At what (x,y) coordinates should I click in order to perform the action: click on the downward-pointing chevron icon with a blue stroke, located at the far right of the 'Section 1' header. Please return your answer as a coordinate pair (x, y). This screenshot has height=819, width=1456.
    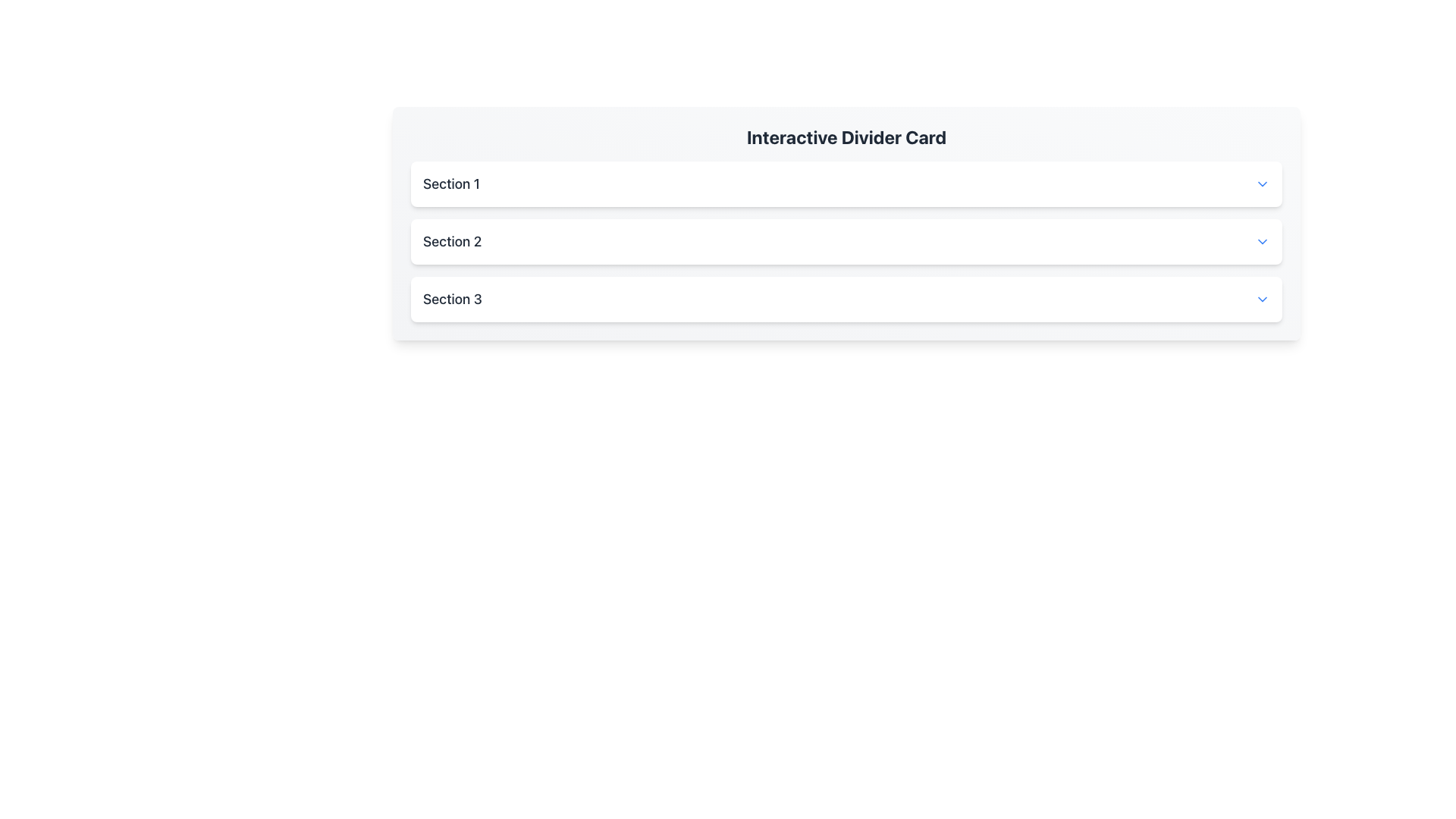
    Looking at the image, I should click on (1263, 184).